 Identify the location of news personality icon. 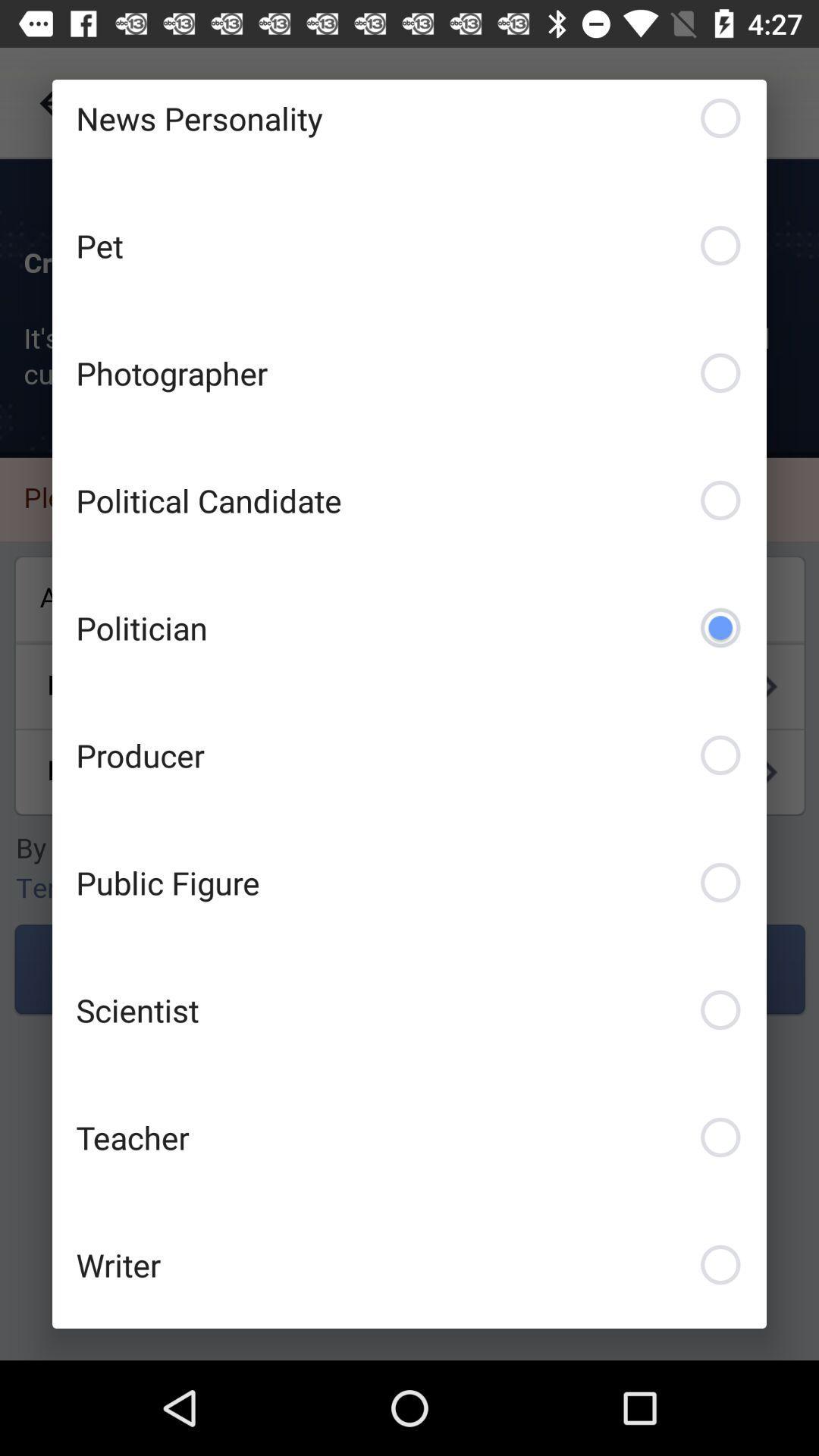
(409, 130).